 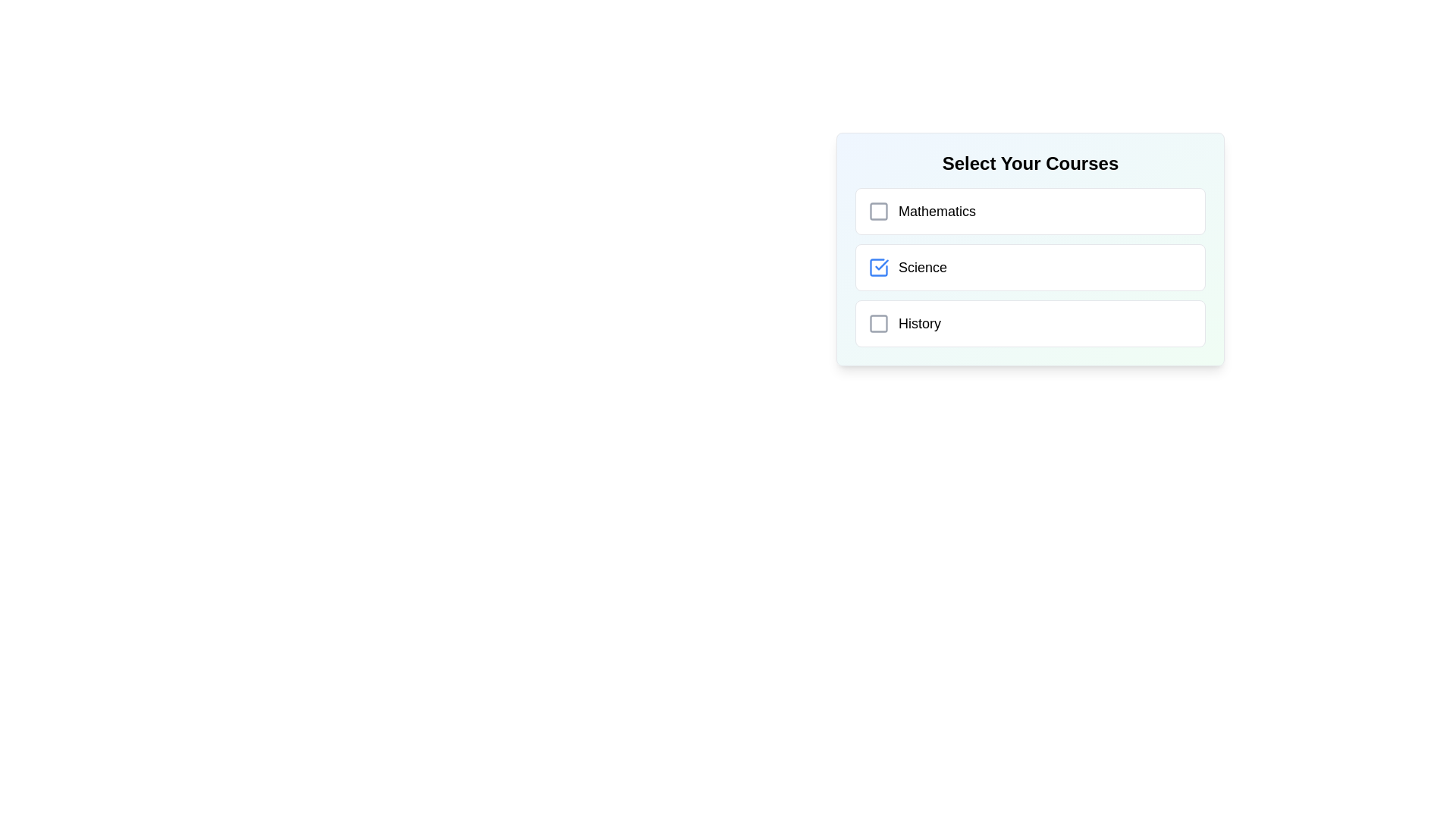 What do you see at coordinates (878, 267) in the screenshot?
I see `the checkbox representing the 'Science' course selection` at bounding box center [878, 267].